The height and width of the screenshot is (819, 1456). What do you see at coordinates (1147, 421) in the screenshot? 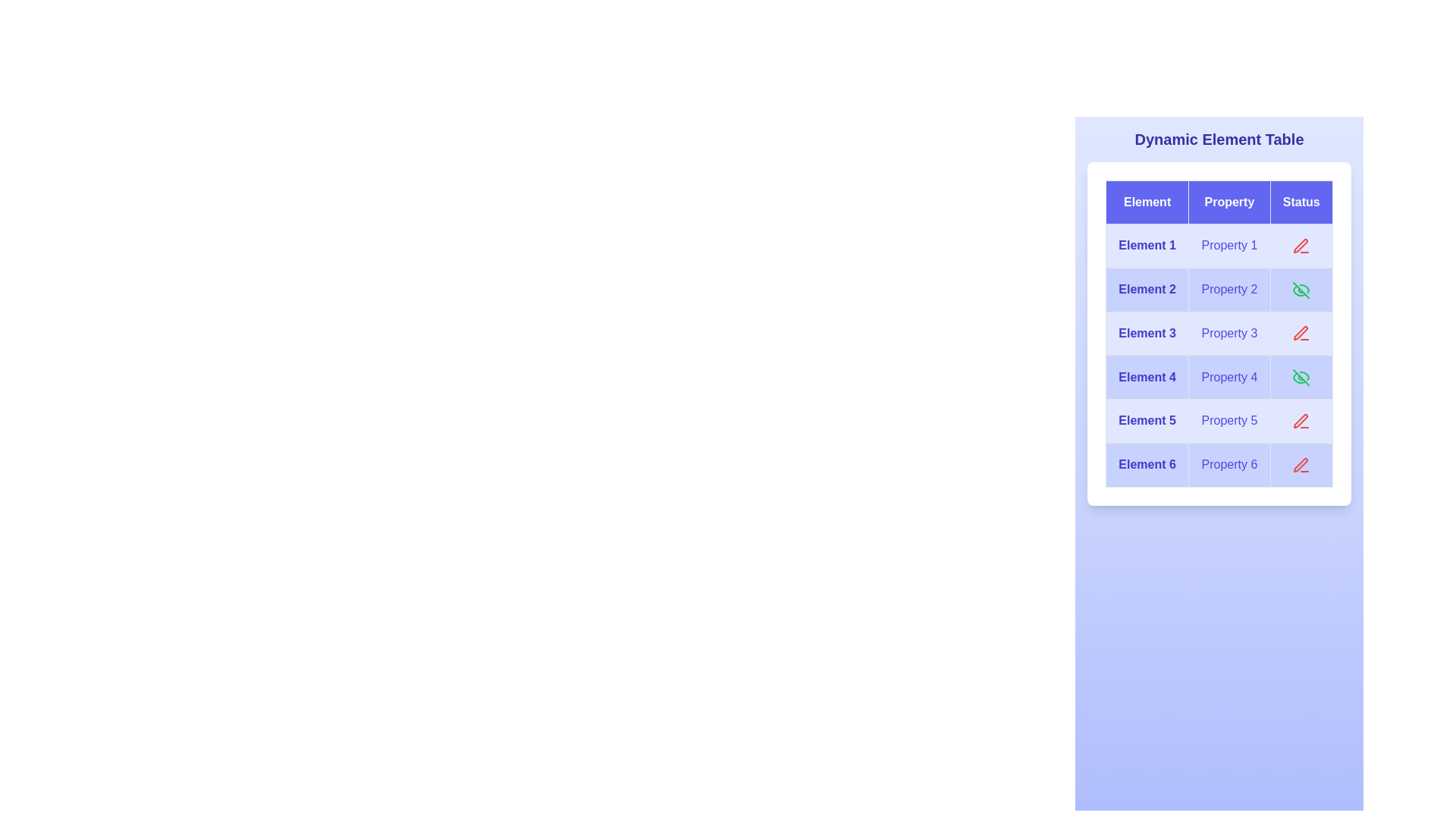
I see `the text of element Element 5 to read its displayed text` at bounding box center [1147, 421].